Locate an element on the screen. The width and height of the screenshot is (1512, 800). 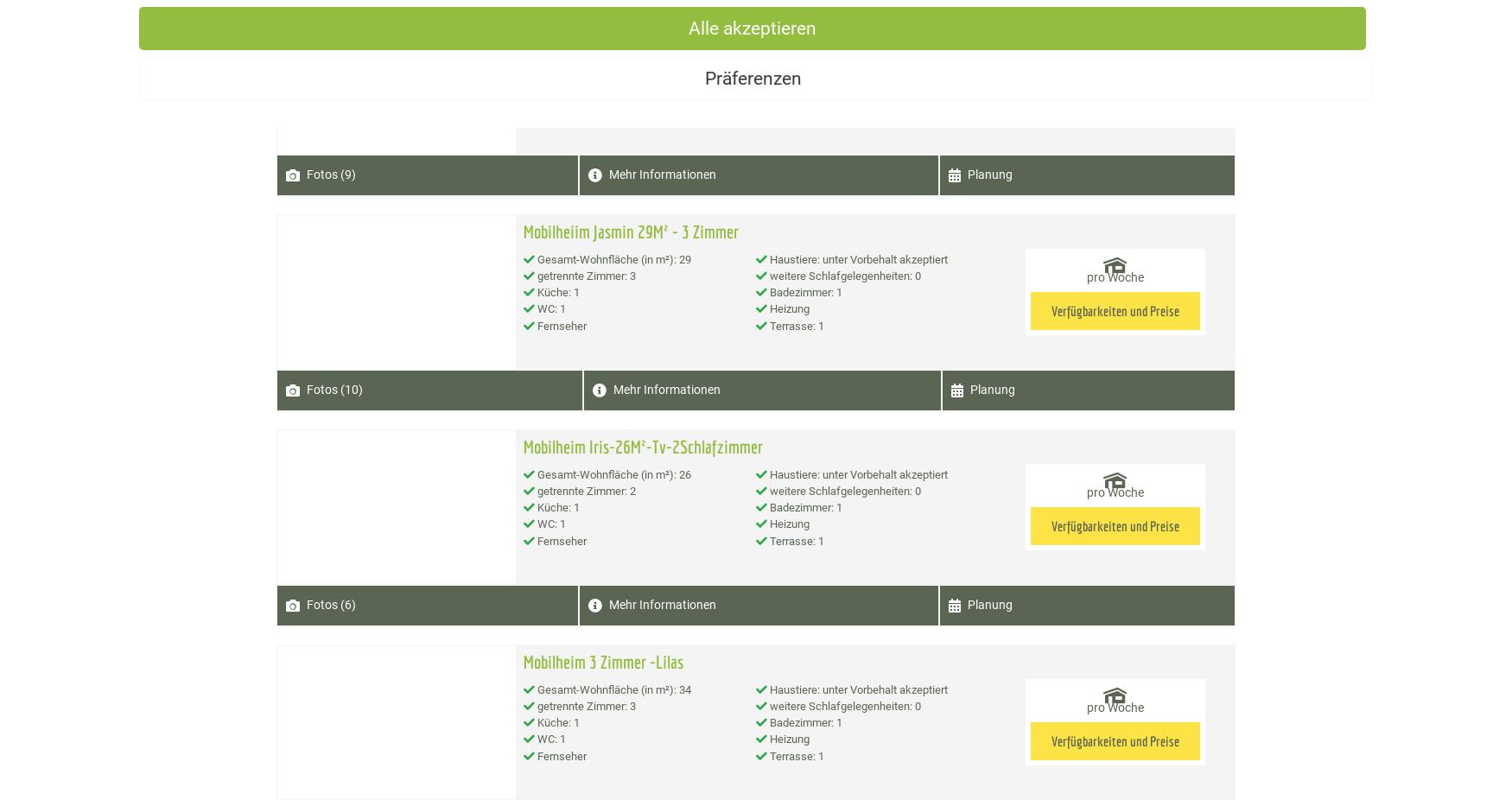
'Präferenzen' is located at coordinates (755, 77).